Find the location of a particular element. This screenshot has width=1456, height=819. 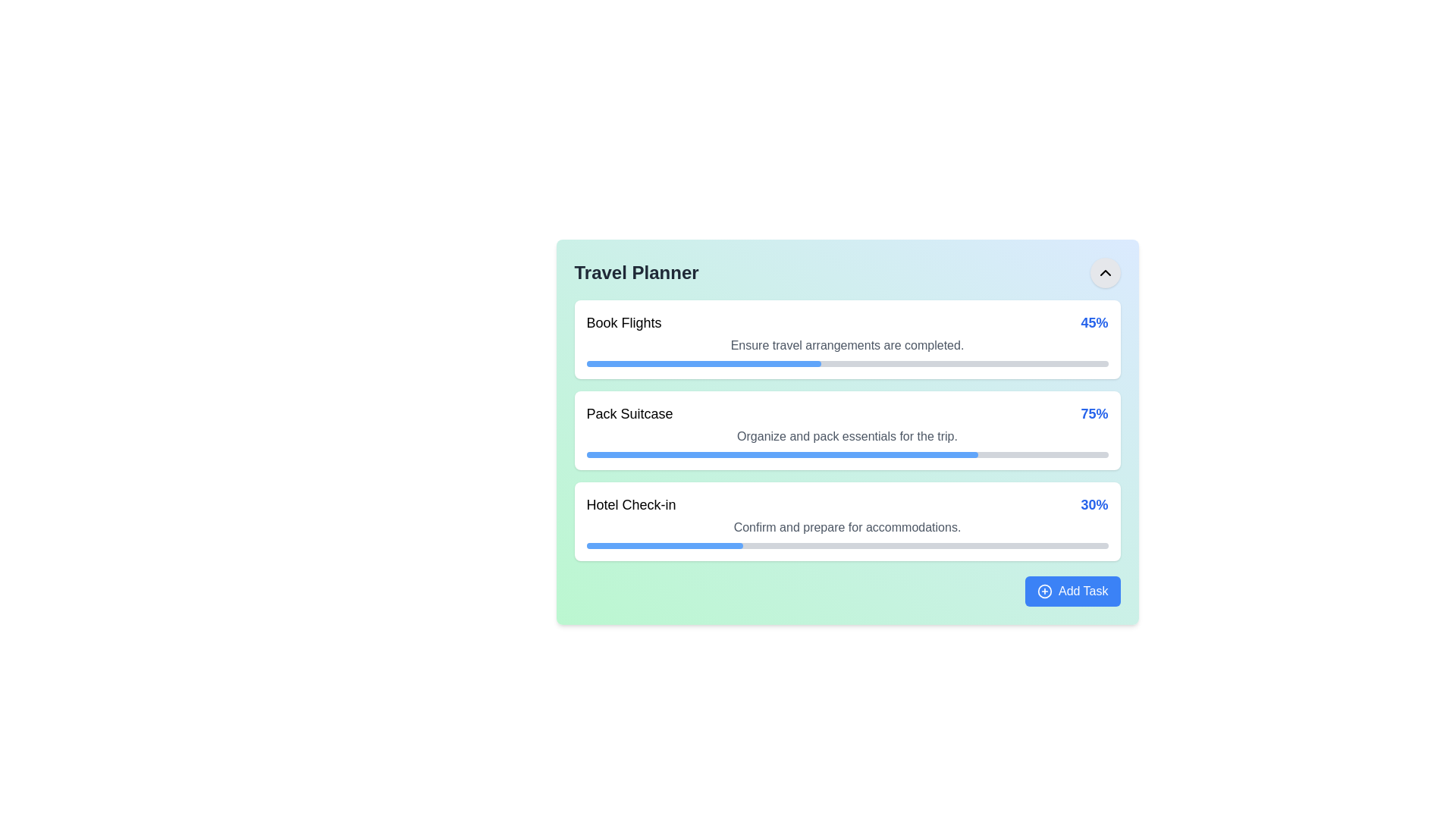

the circular button with a light gray background and black upward arrow located at the top-right corner of the 'Travel Planner' panel is located at coordinates (1105, 271).